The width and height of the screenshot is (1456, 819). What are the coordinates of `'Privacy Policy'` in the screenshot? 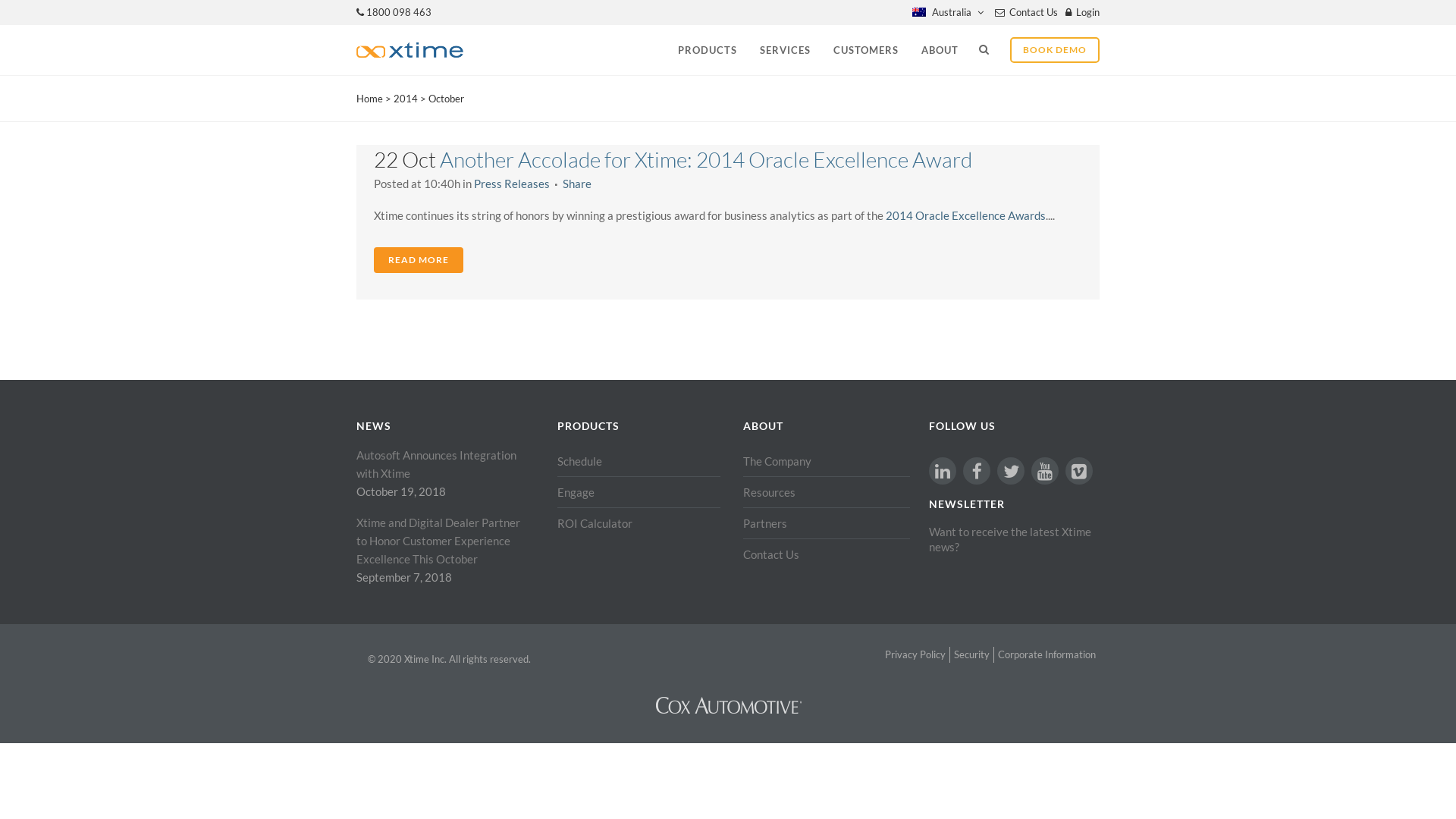 It's located at (914, 654).